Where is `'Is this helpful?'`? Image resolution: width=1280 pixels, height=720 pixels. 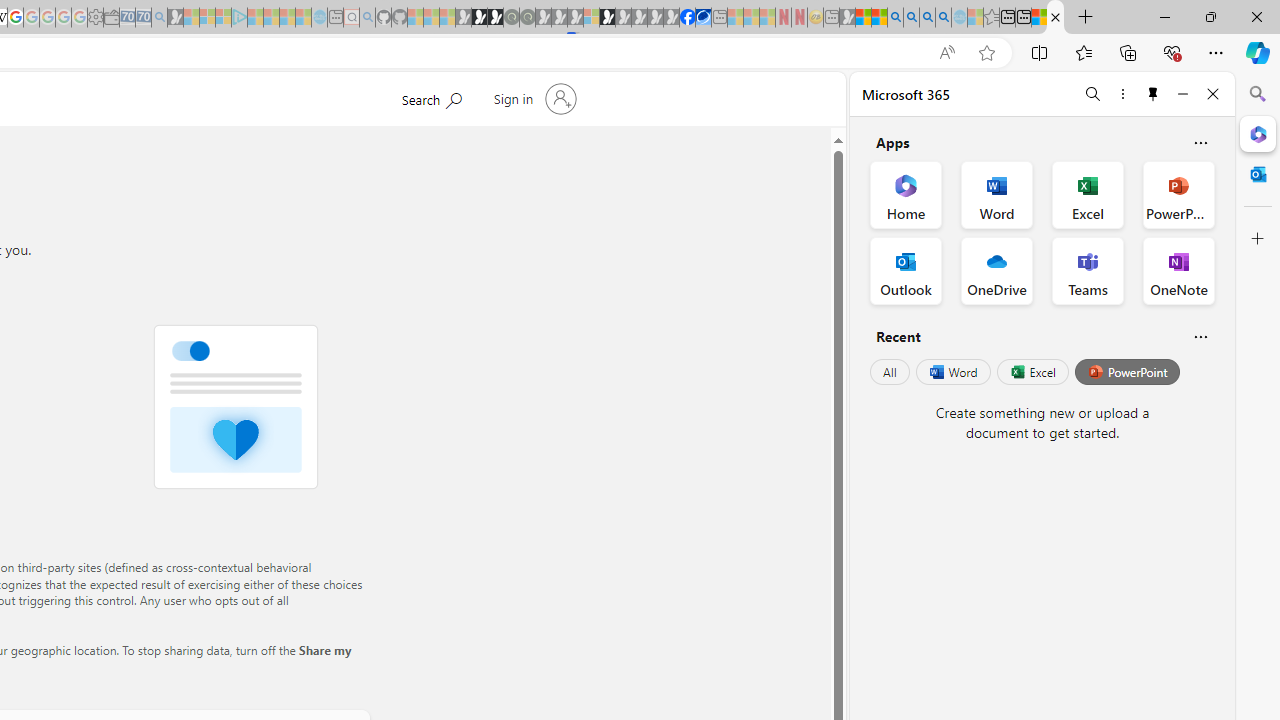 'Is this helpful?' is located at coordinates (1200, 335).